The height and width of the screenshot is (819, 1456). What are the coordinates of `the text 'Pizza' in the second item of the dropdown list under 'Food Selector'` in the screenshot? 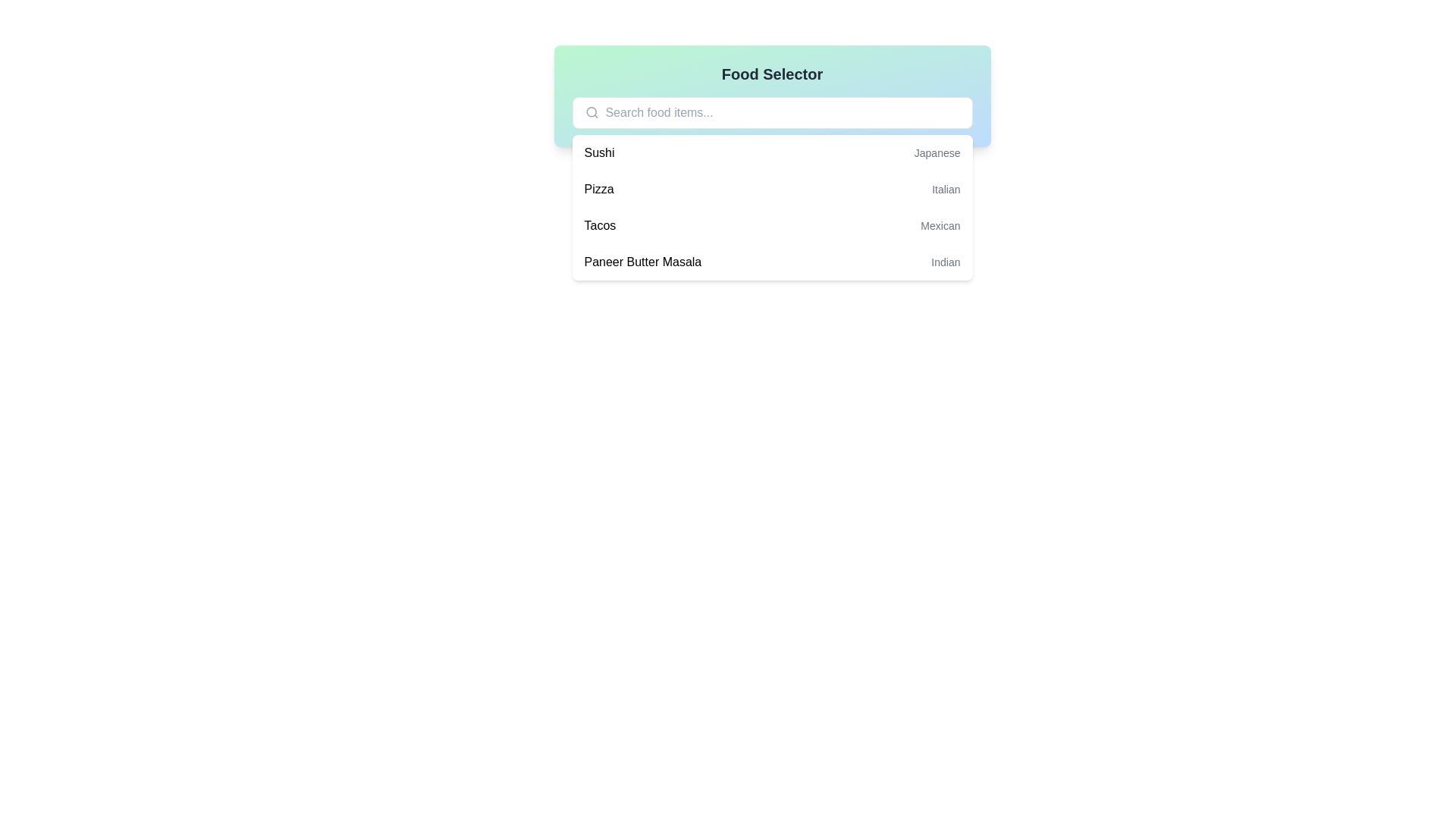 It's located at (598, 189).